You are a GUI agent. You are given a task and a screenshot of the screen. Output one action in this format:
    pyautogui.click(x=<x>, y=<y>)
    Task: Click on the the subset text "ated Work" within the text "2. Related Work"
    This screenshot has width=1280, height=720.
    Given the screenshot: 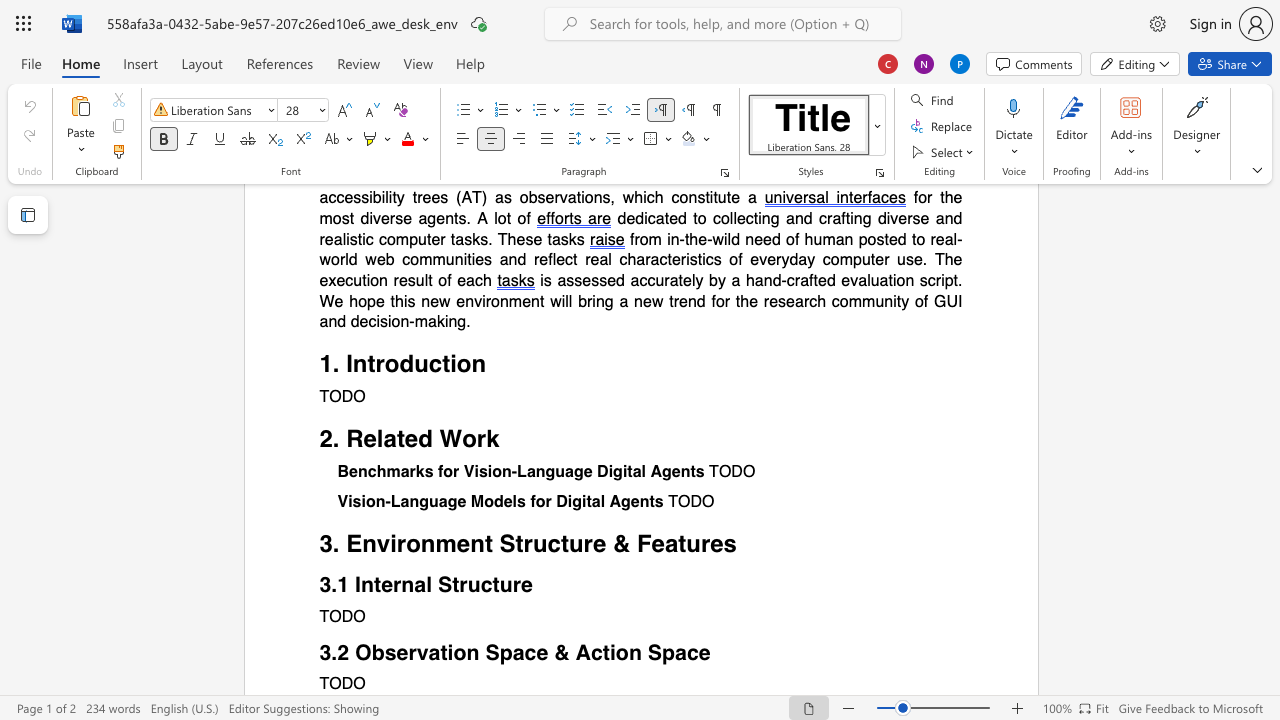 What is the action you would take?
    pyautogui.click(x=383, y=438)
    